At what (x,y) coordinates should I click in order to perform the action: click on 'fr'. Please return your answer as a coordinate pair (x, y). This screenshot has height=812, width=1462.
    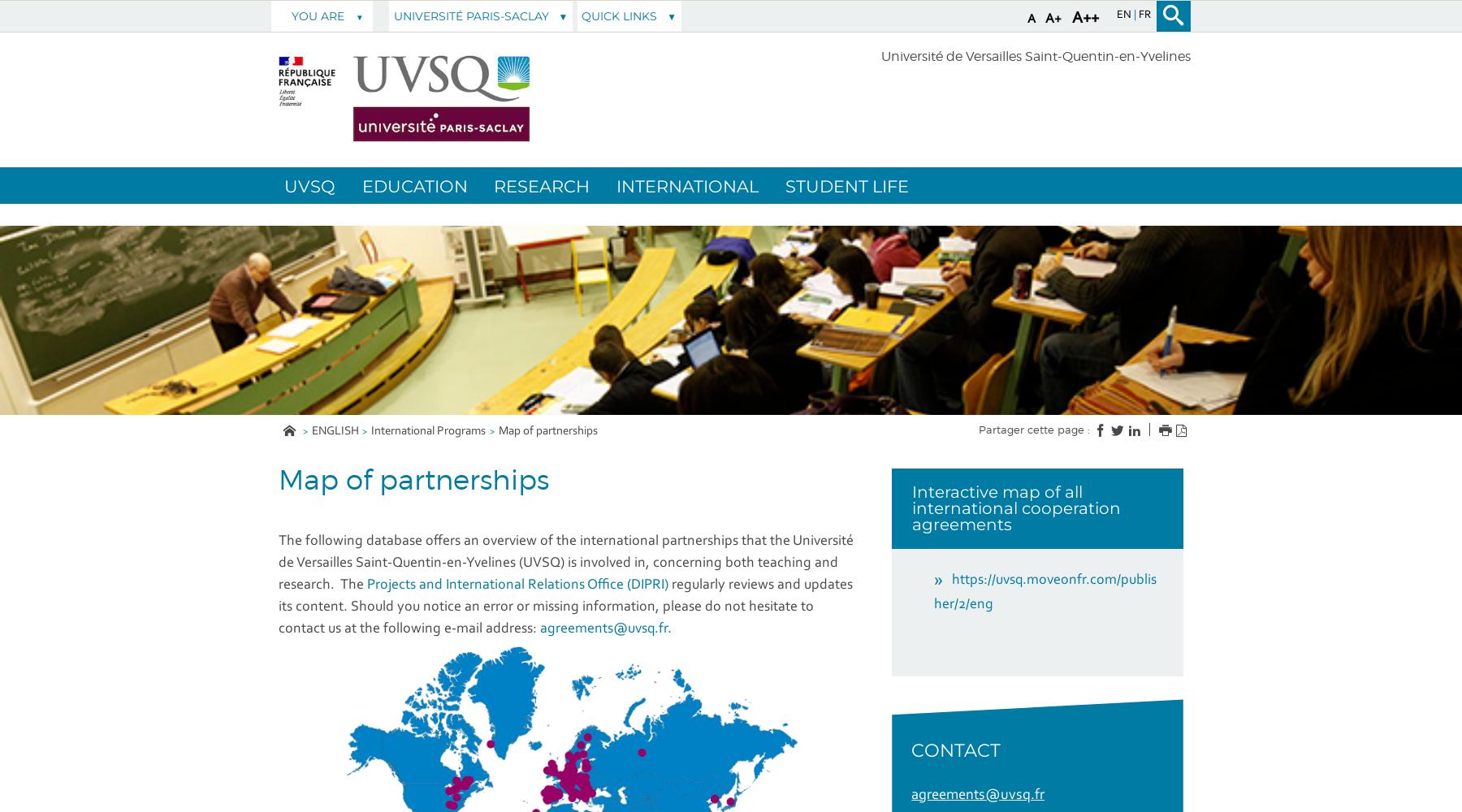
    Looking at the image, I should click on (1136, 15).